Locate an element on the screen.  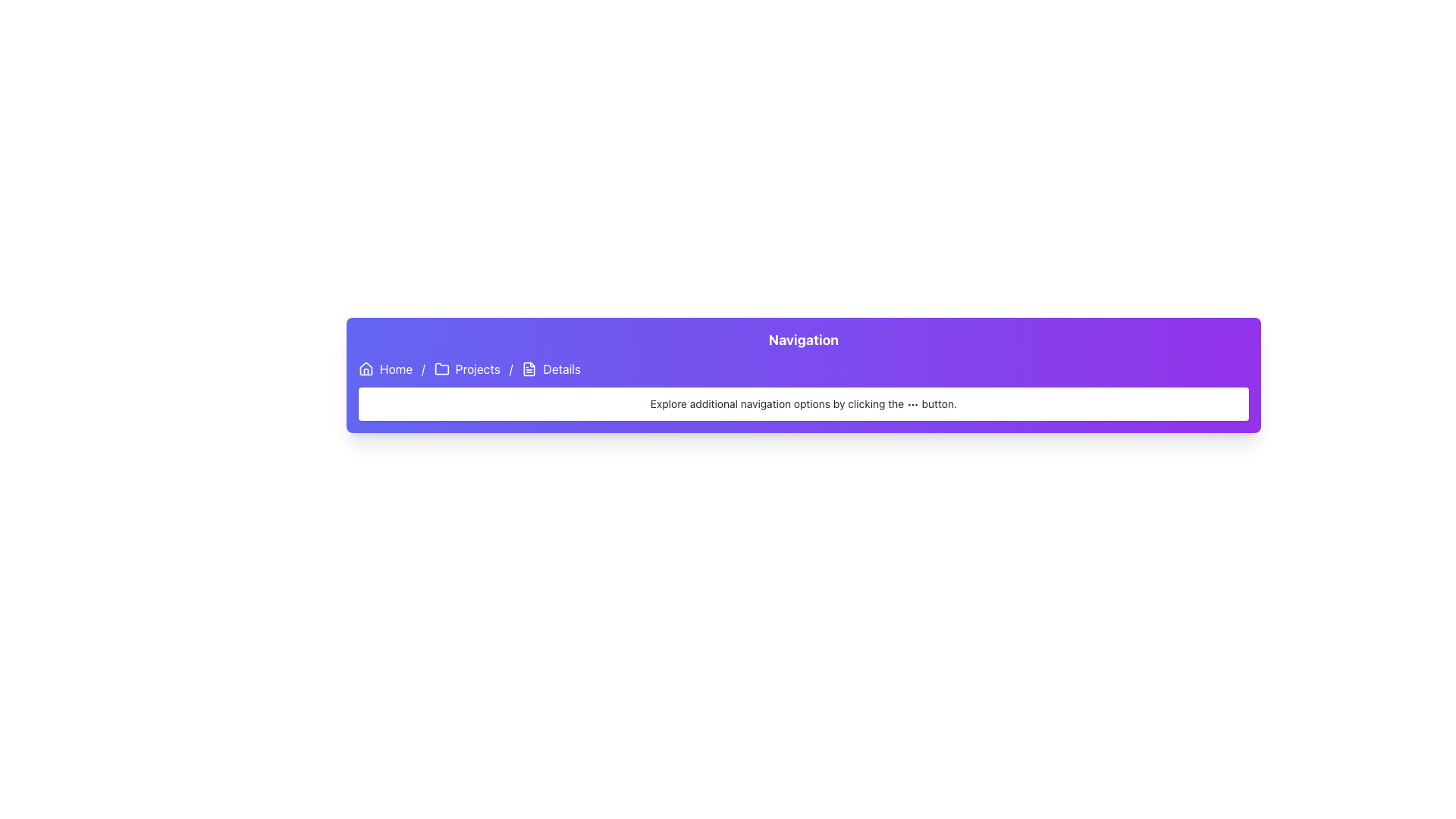
the 'Home' text label, which is styled with a white font on a purple background and is located in the breadcrumb navigation bar to the right of a house icon is located at coordinates (396, 369).